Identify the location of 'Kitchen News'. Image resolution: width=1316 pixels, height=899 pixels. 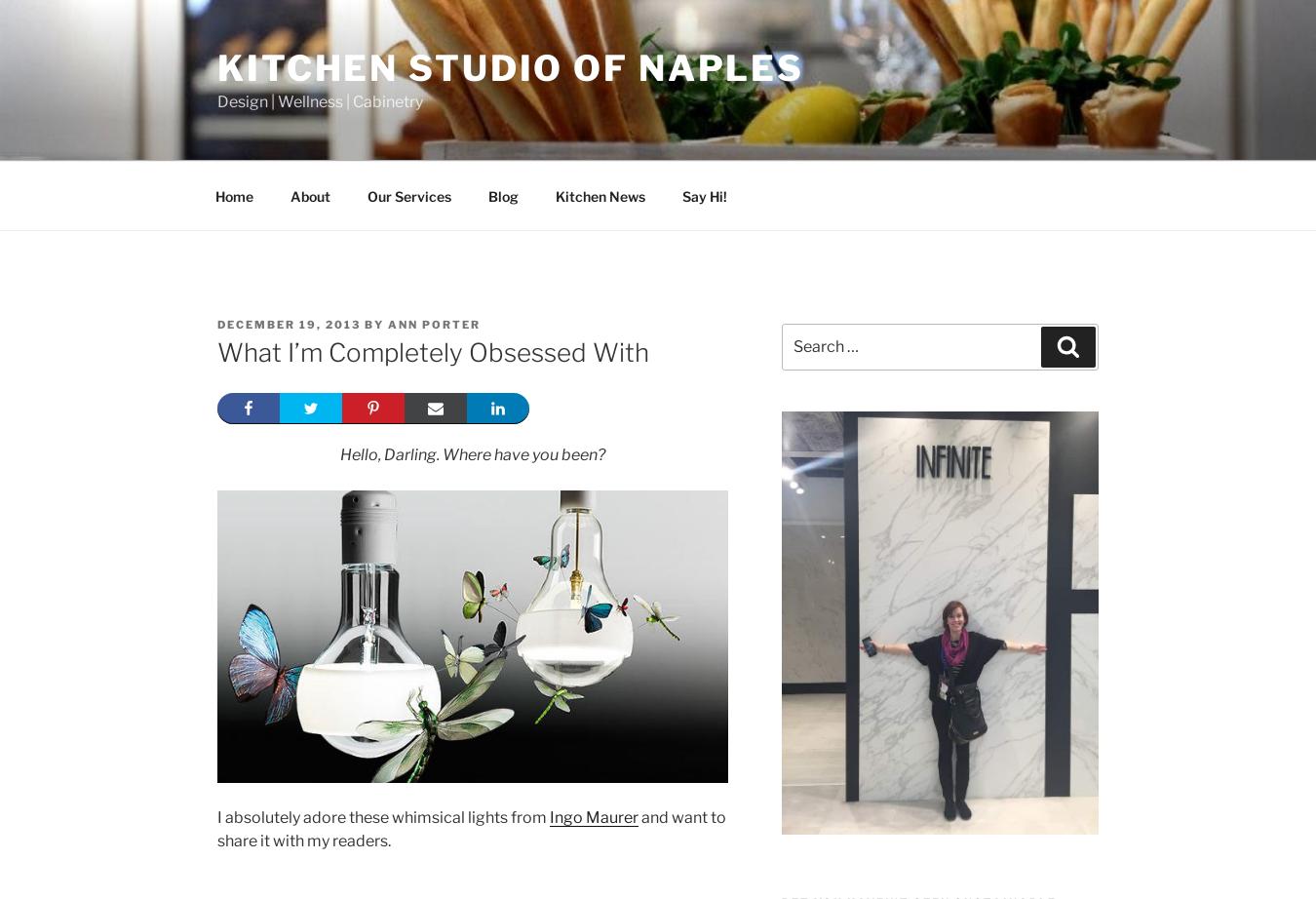
(600, 195).